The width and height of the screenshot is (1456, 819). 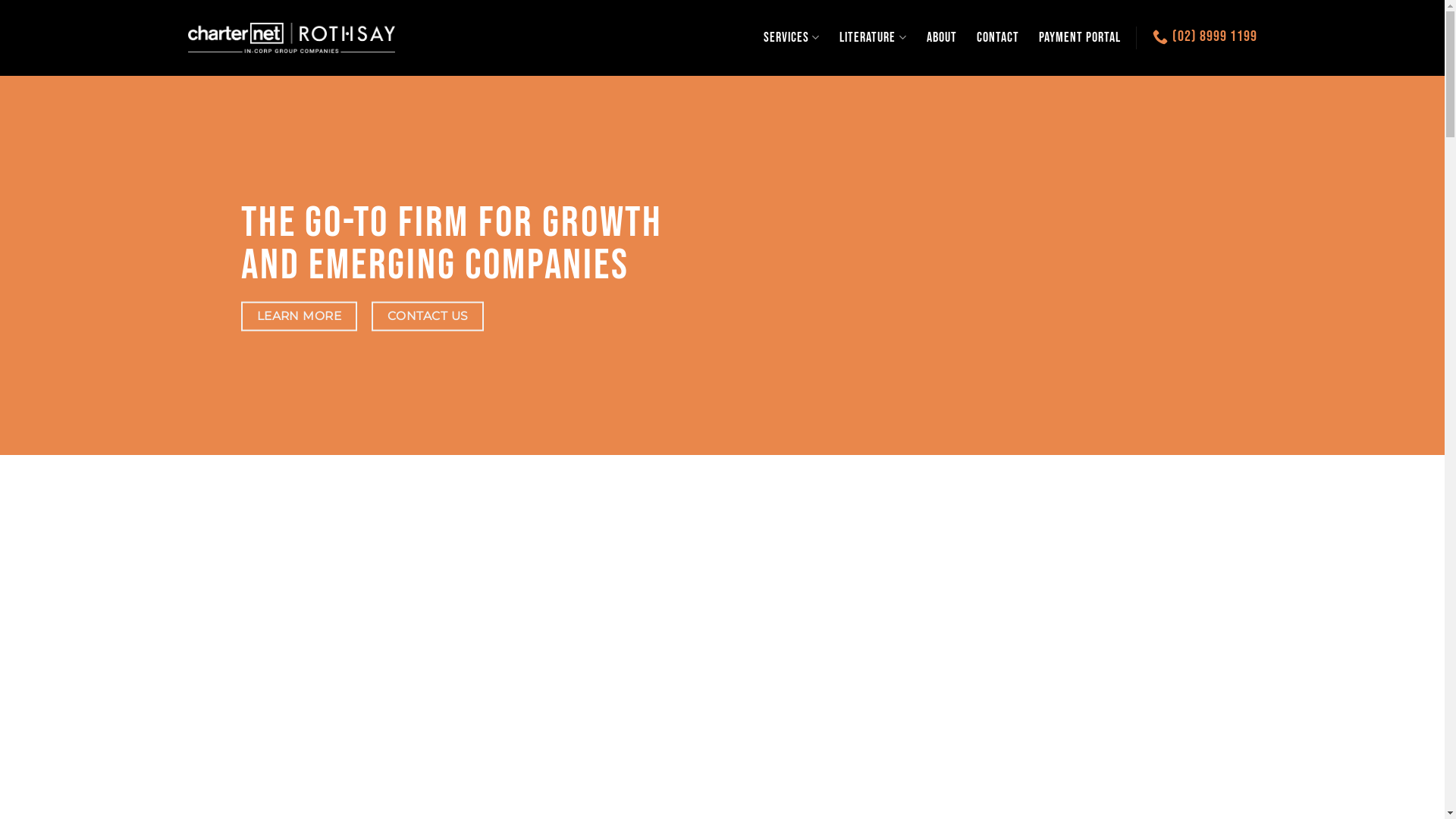 I want to click on '(02) 8999 1199', so click(x=1203, y=35).